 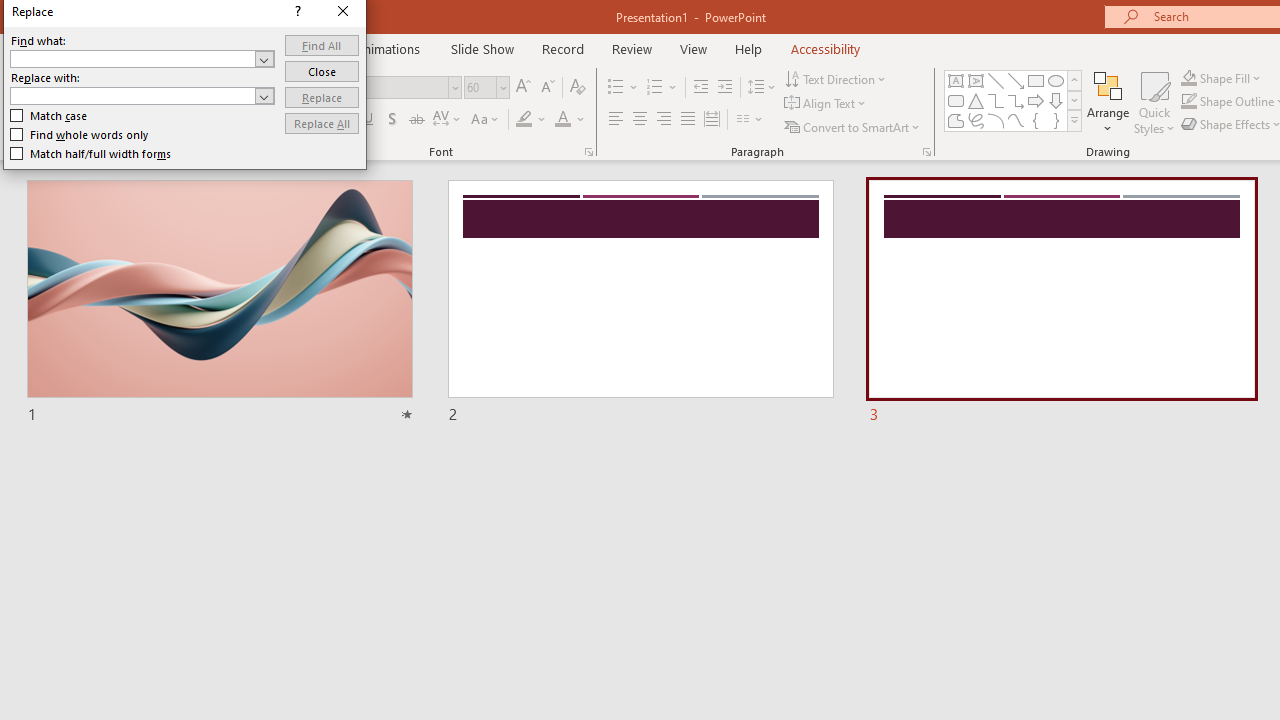 What do you see at coordinates (663, 119) in the screenshot?
I see `'Align Right'` at bounding box center [663, 119].